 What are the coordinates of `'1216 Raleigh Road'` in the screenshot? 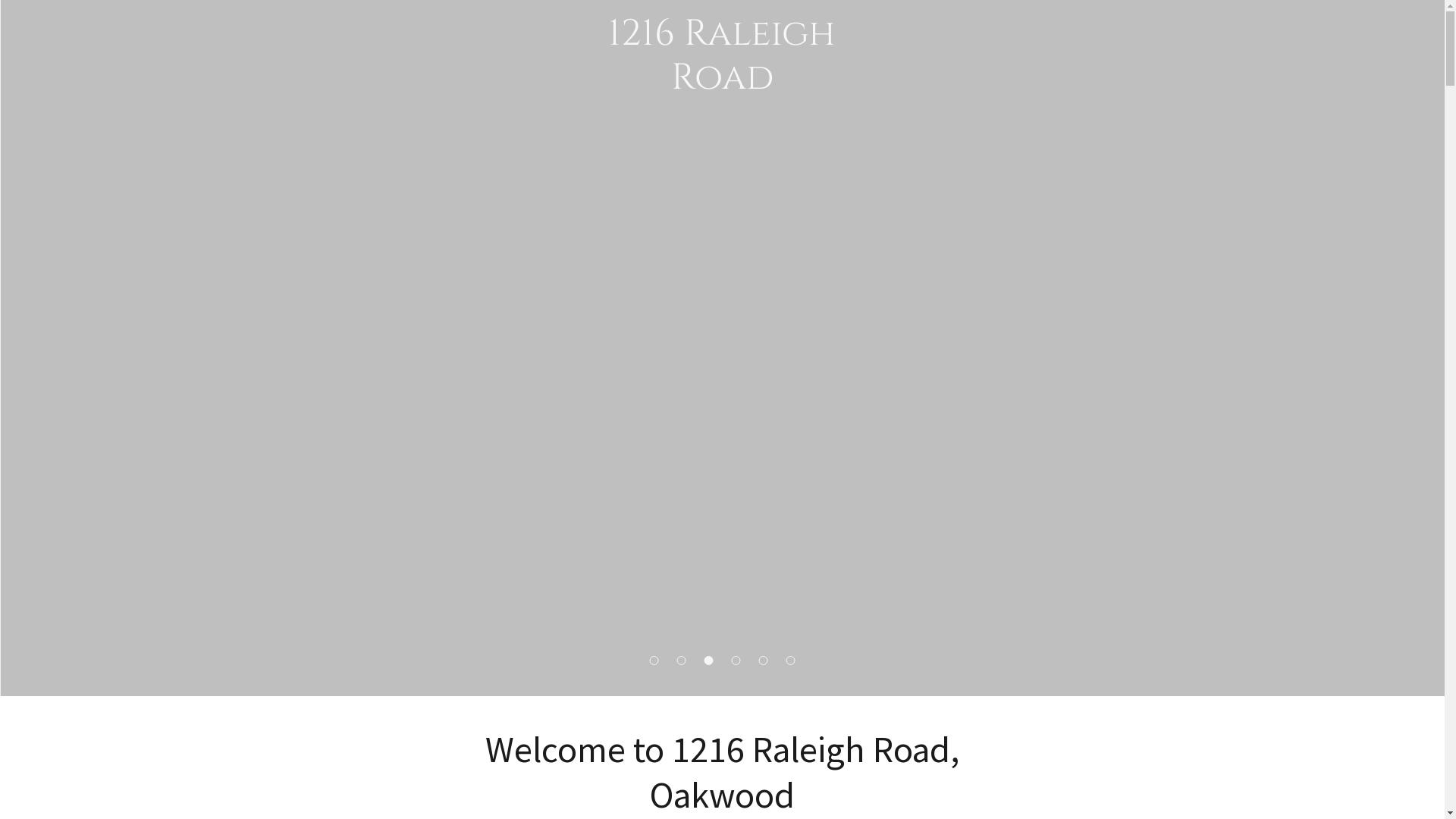 It's located at (721, 83).